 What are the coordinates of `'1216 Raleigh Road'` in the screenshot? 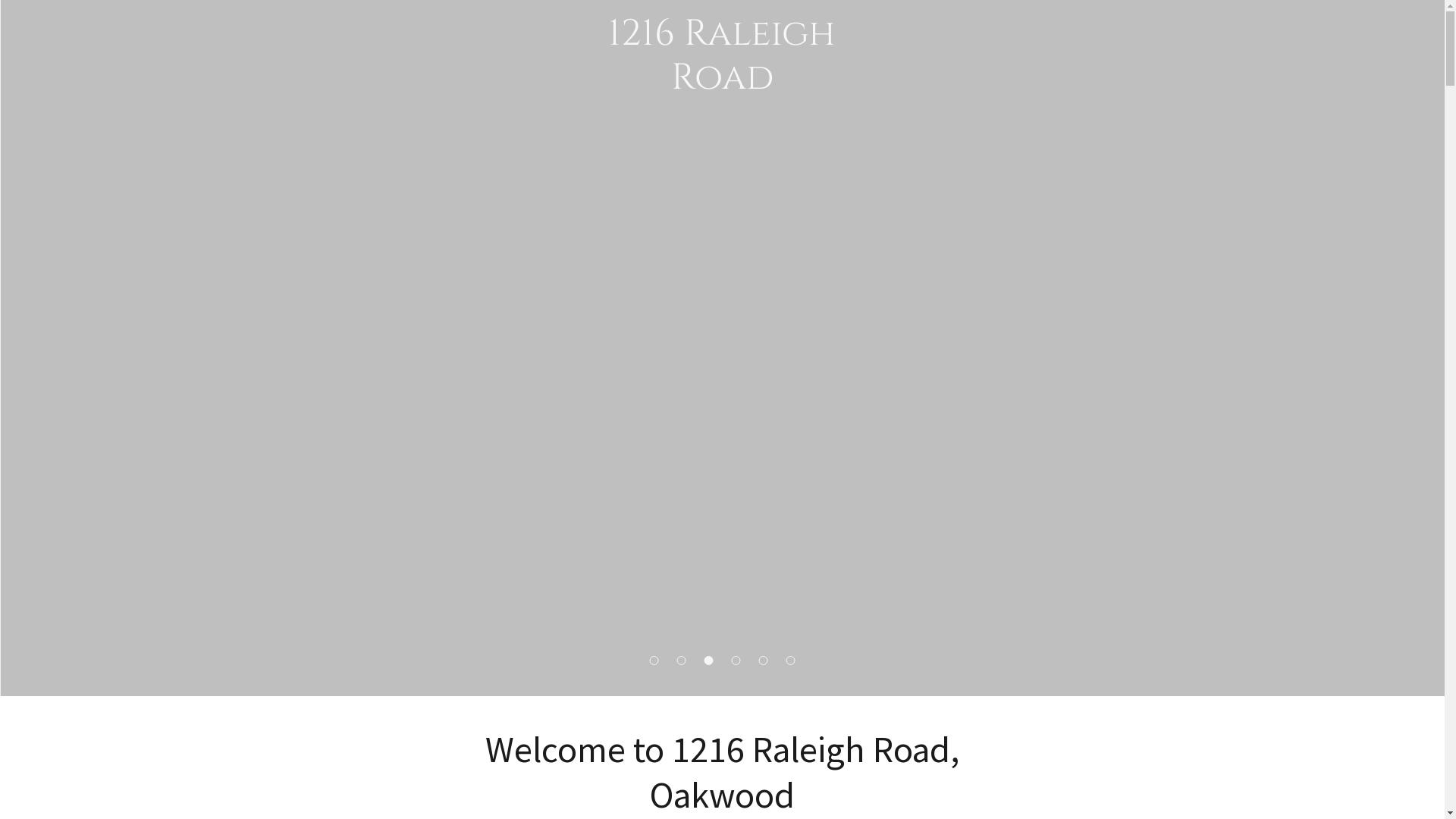 It's located at (721, 83).